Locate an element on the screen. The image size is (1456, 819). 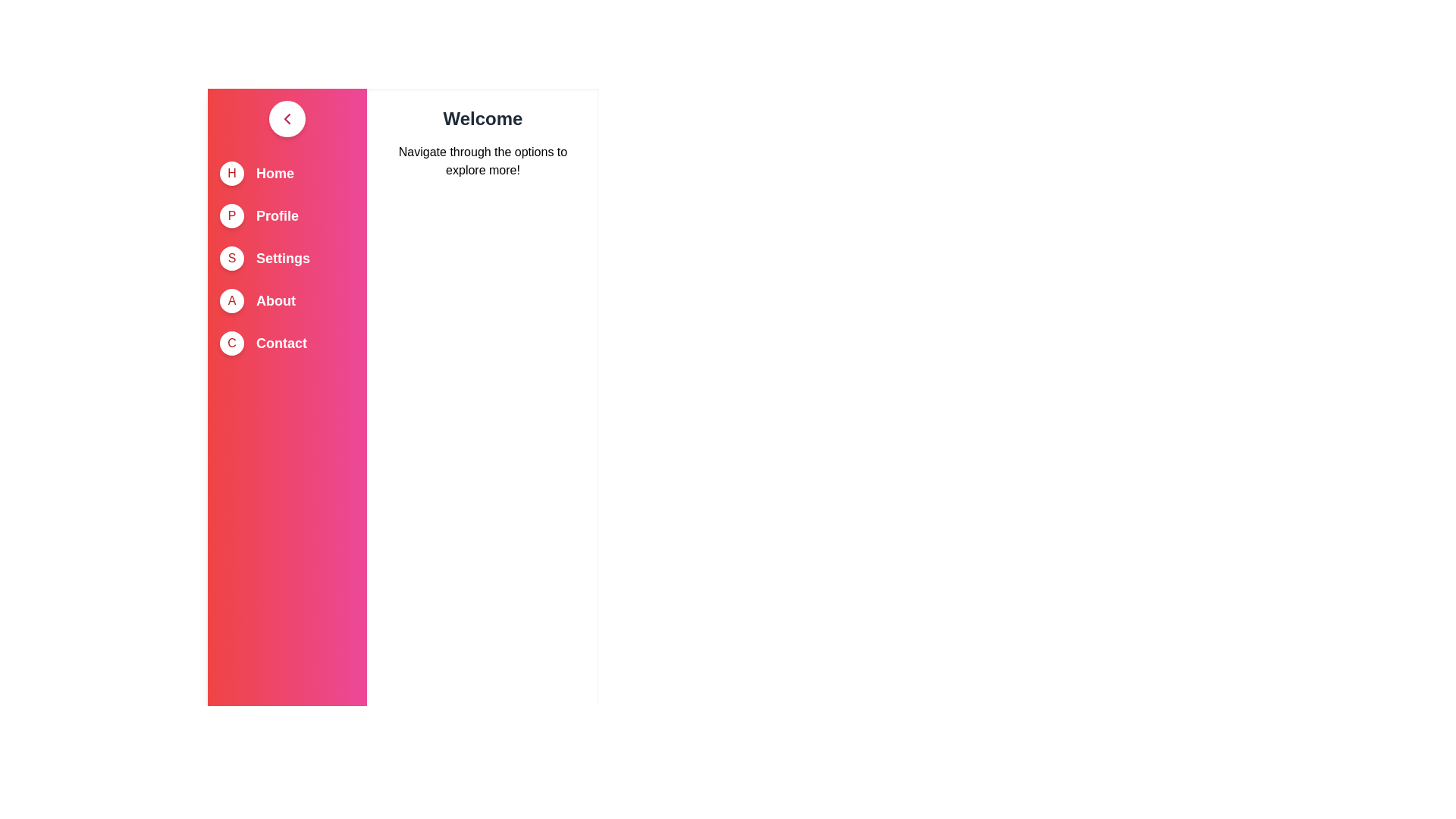
the circle icon corresponding to About is located at coordinates (231, 301).